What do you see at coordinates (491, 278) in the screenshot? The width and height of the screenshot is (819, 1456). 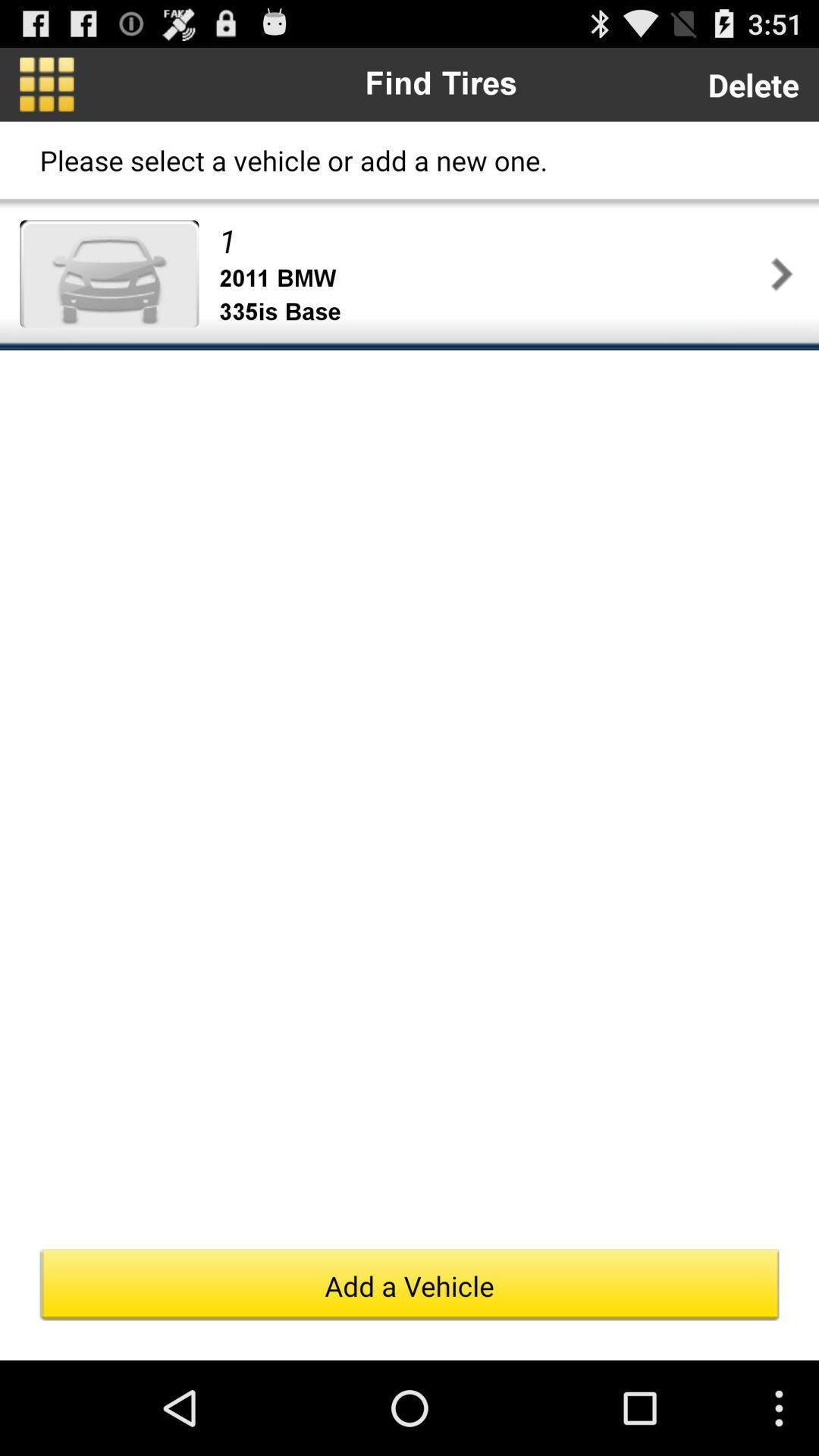 I see `icon above the 335is base item` at bounding box center [491, 278].